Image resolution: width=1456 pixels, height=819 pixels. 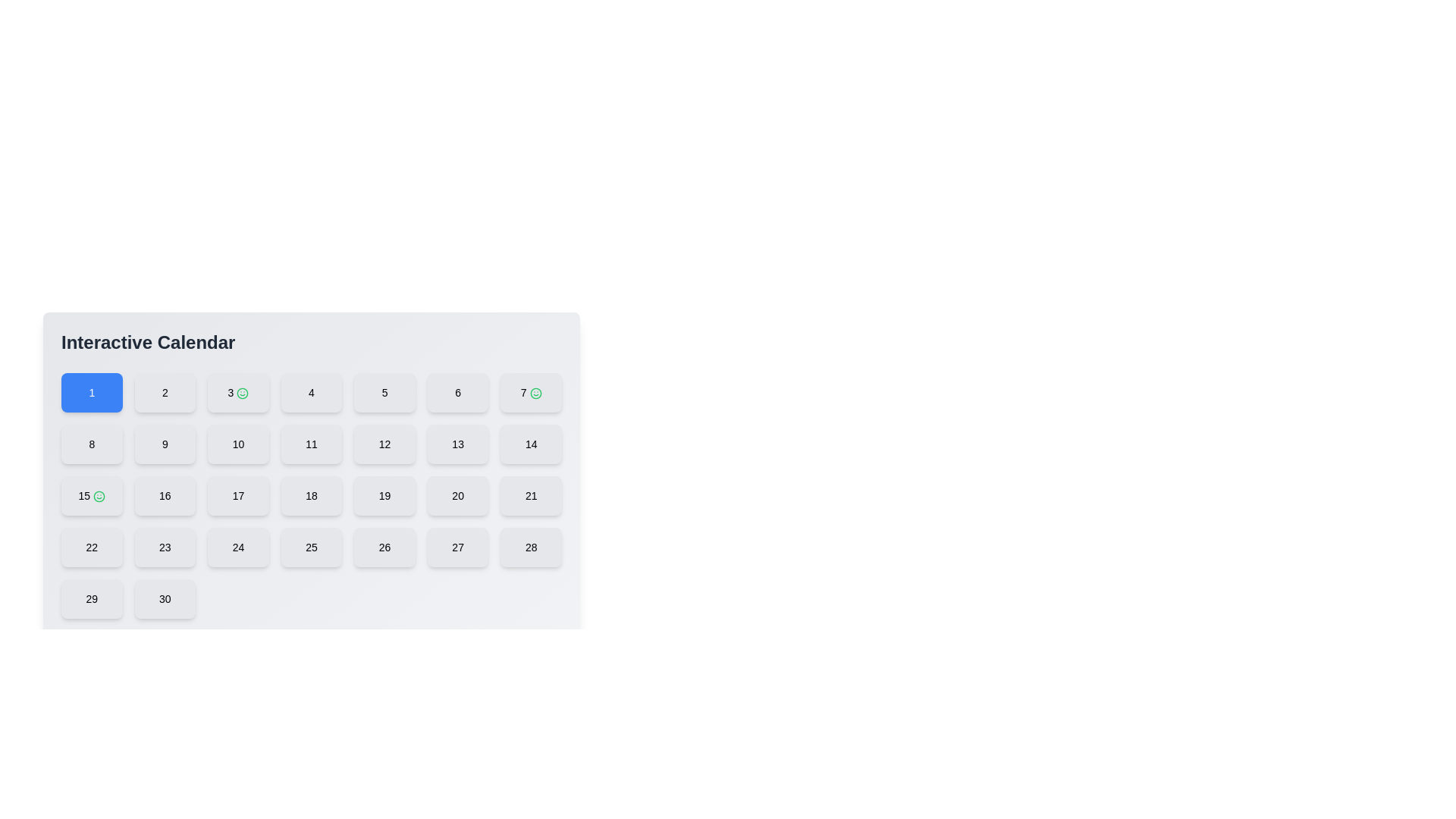 What do you see at coordinates (384, 391) in the screenshot?
I see `the rounded rectangular button displaying the number '5'` at bounding box center [384, 391].